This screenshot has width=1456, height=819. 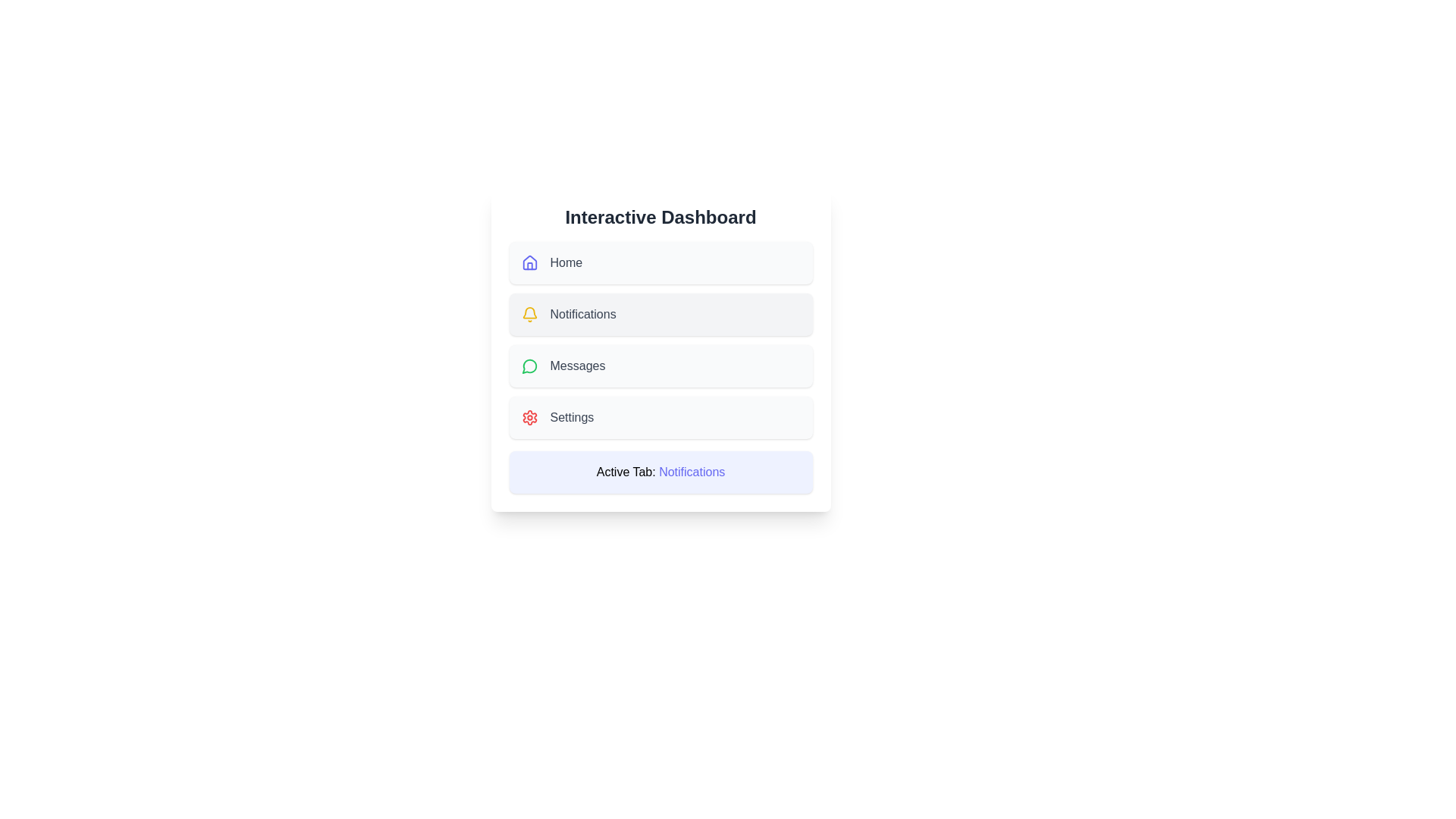 I want to click on the button corresponding to Settings to select it, so click(x=661, y=418).